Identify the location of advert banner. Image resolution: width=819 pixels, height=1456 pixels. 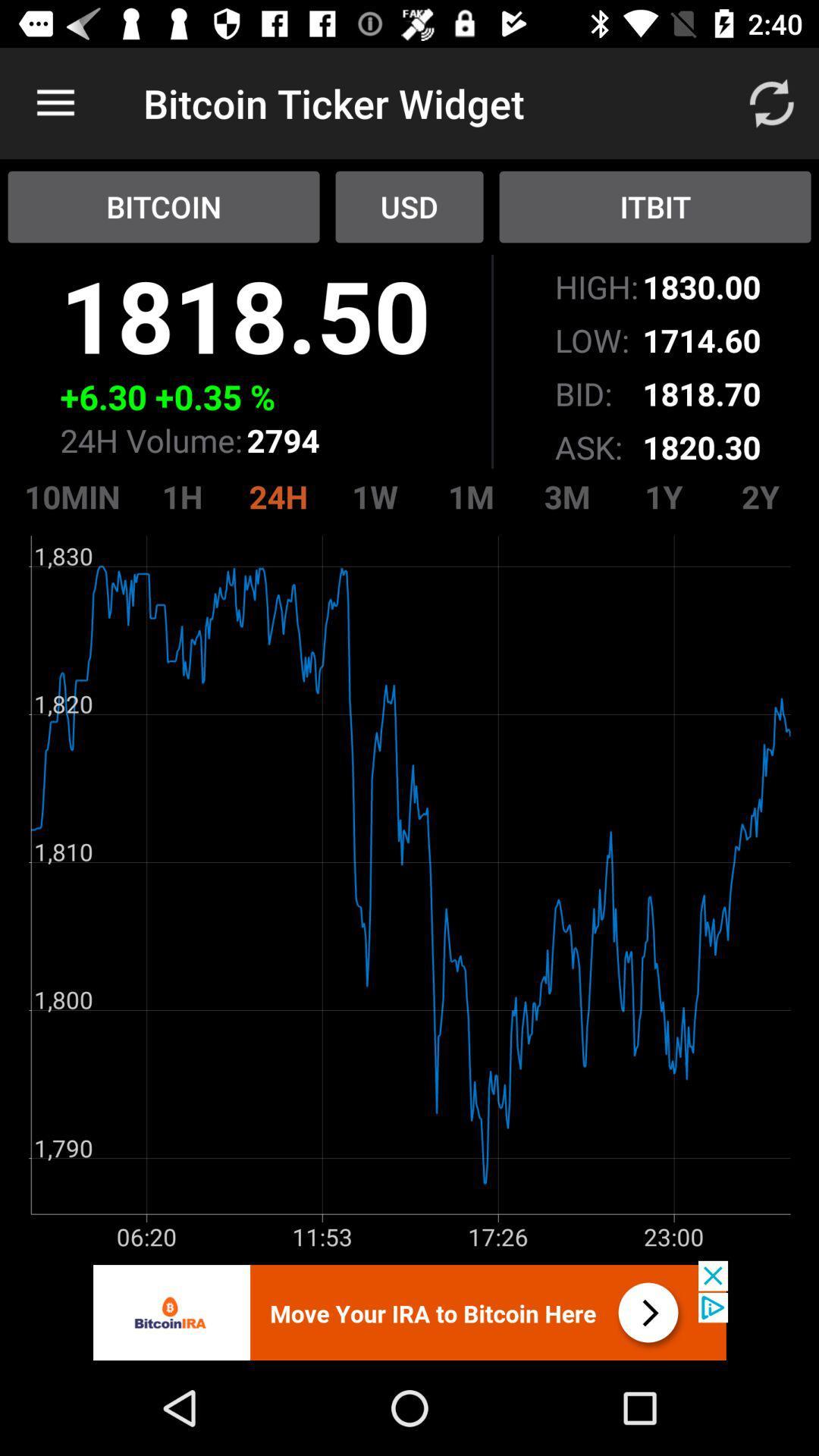
(409, 1310).